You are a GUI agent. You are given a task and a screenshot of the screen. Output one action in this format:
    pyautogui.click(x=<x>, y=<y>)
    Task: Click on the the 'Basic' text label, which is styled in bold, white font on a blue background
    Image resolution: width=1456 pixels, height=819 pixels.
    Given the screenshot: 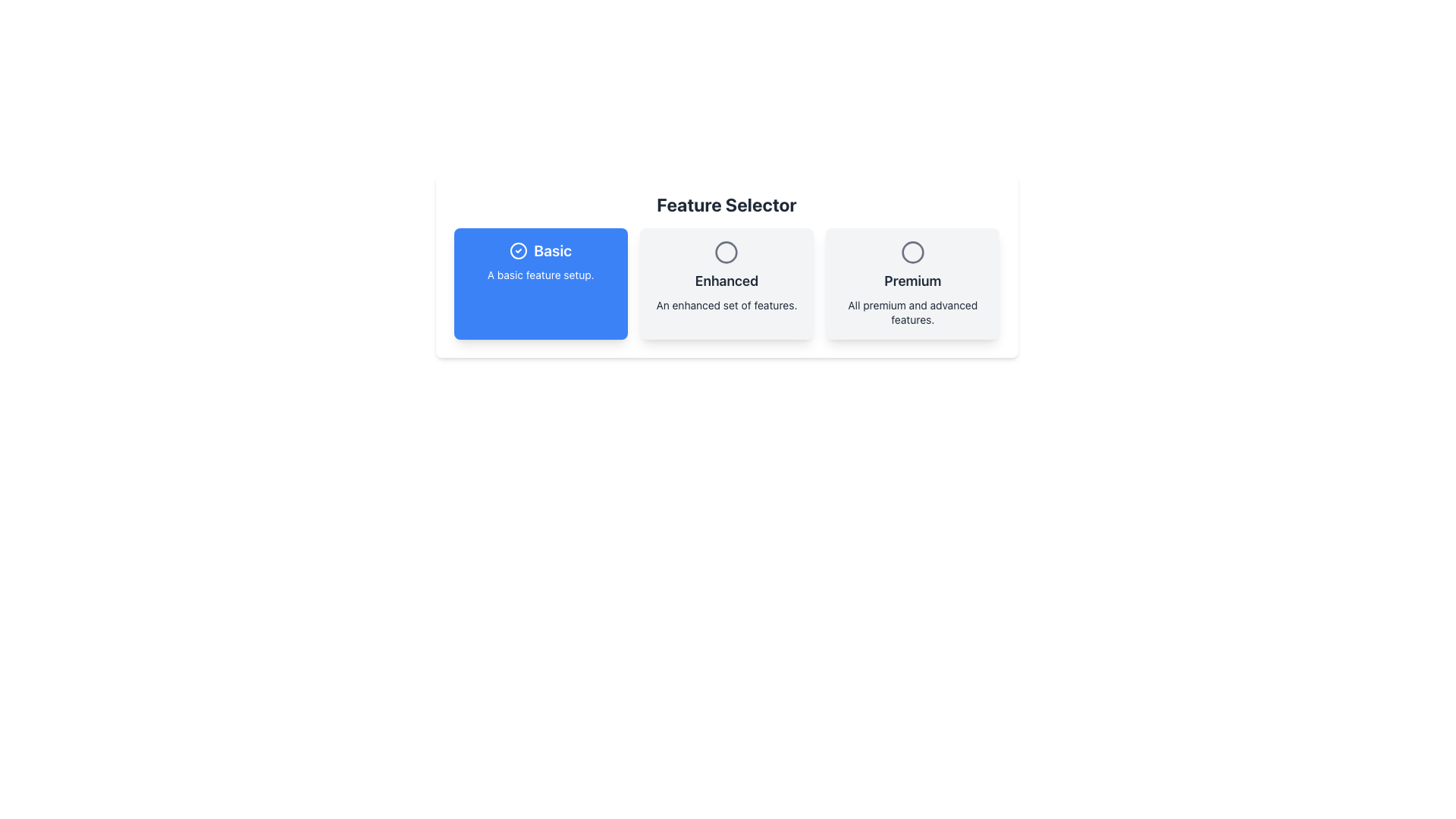 What is the action you would take?
    pyautogui.click(x=541, y=250)
    